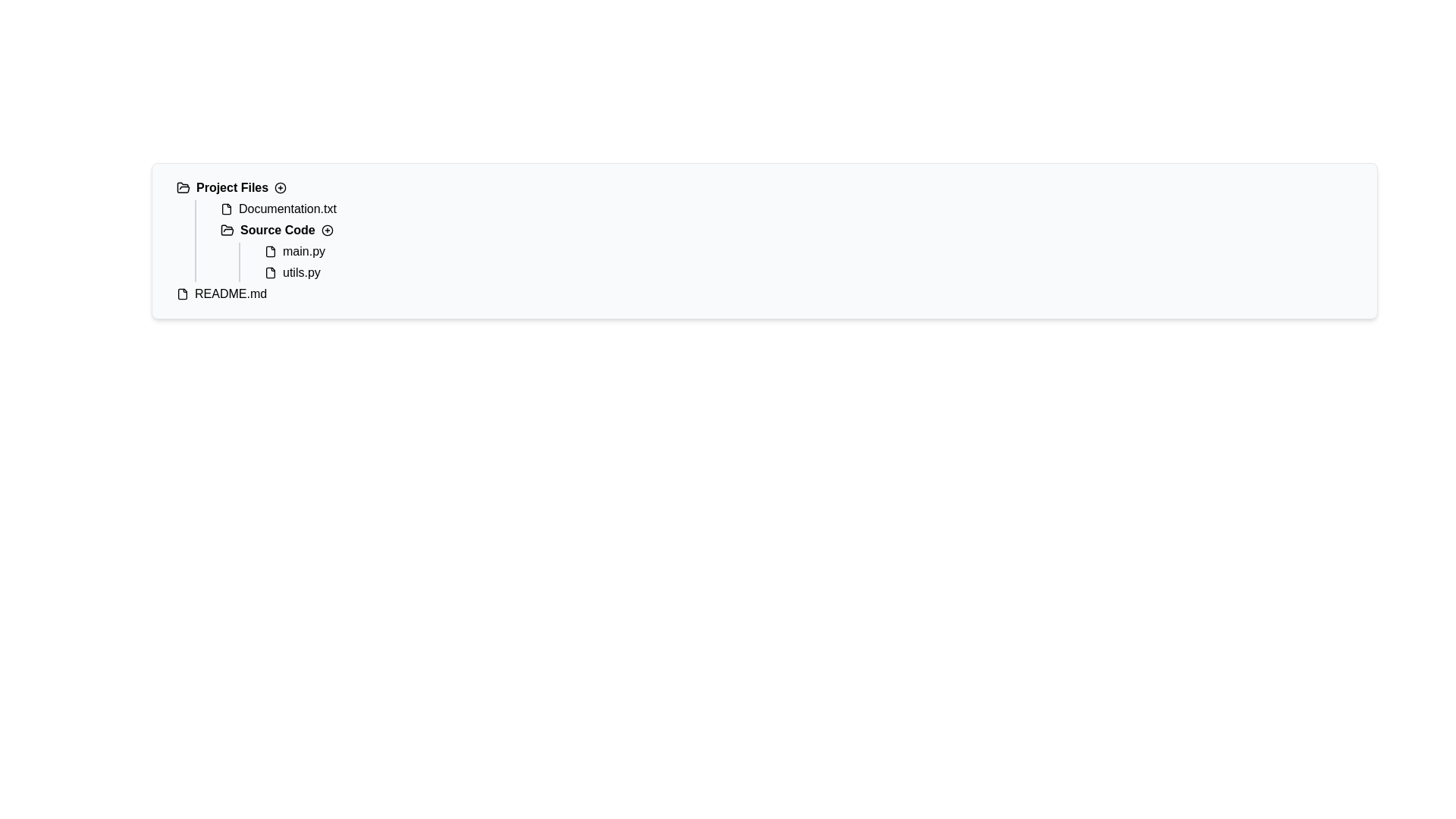 This screenshot has width=1456, height=819. What do you see at coordinates (182, 187) in the screenshot?
I see `the SVG Icon resembling a folder with an open appearance located next to the text 'Project Files' at the top of the file list` at bounding box center [182, 187].